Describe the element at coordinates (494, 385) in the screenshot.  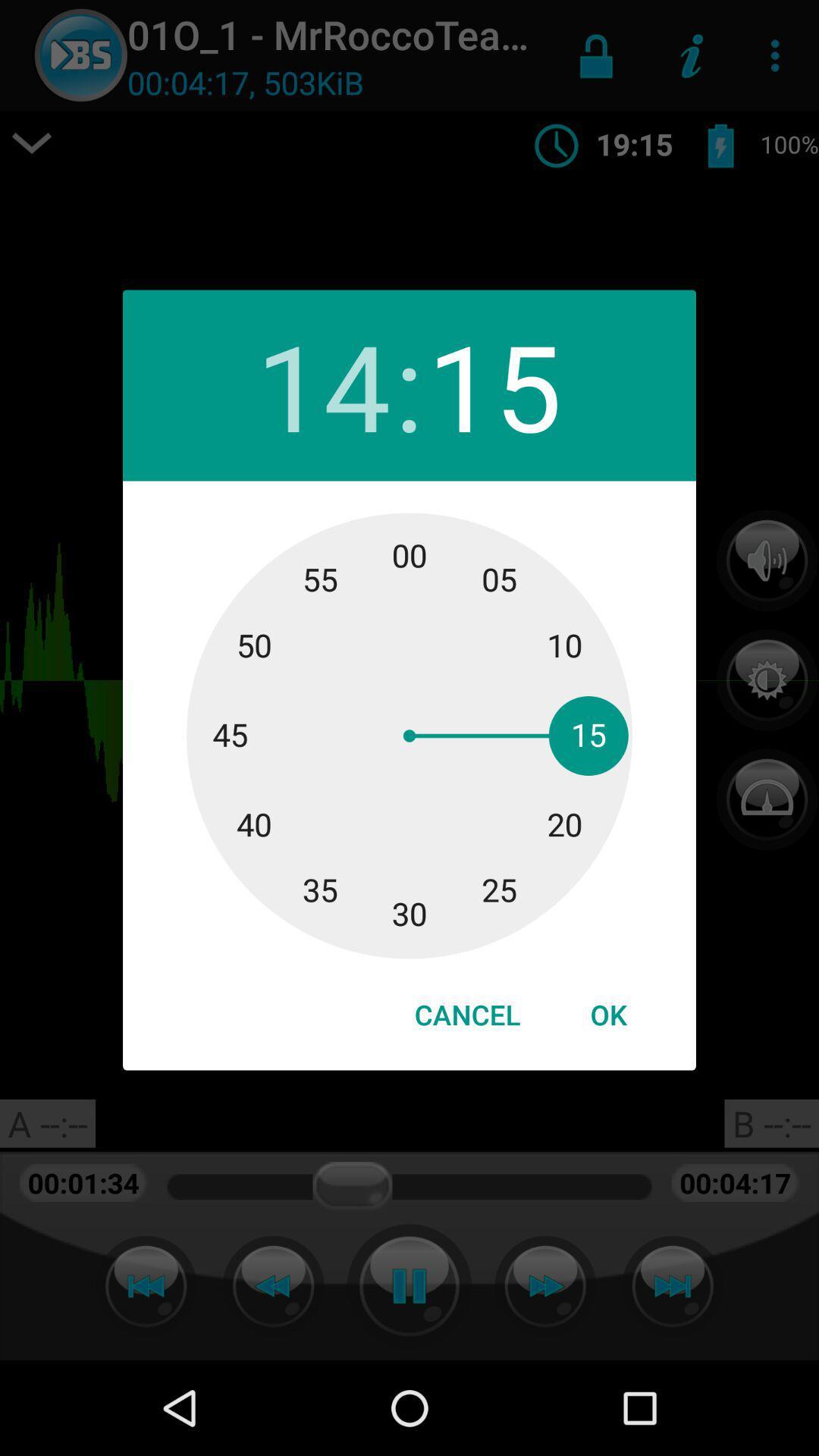
I see `the 15` at that location.